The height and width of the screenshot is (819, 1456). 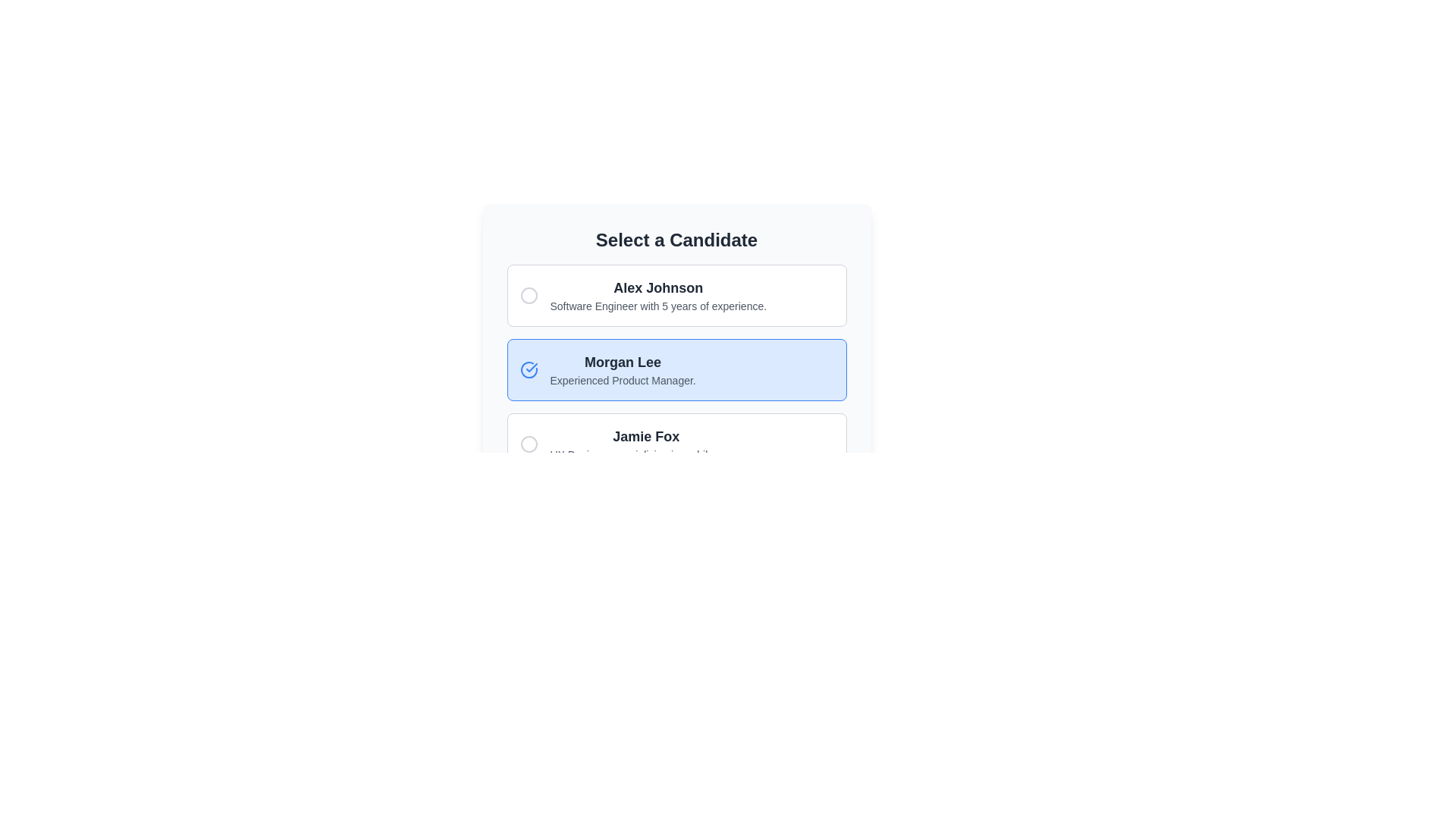 I want to click on the confirmation icon located to the left of the 'Morgan Lee' selection button to toggle the state of the associated user profile selection, so click(x=529, y=370).